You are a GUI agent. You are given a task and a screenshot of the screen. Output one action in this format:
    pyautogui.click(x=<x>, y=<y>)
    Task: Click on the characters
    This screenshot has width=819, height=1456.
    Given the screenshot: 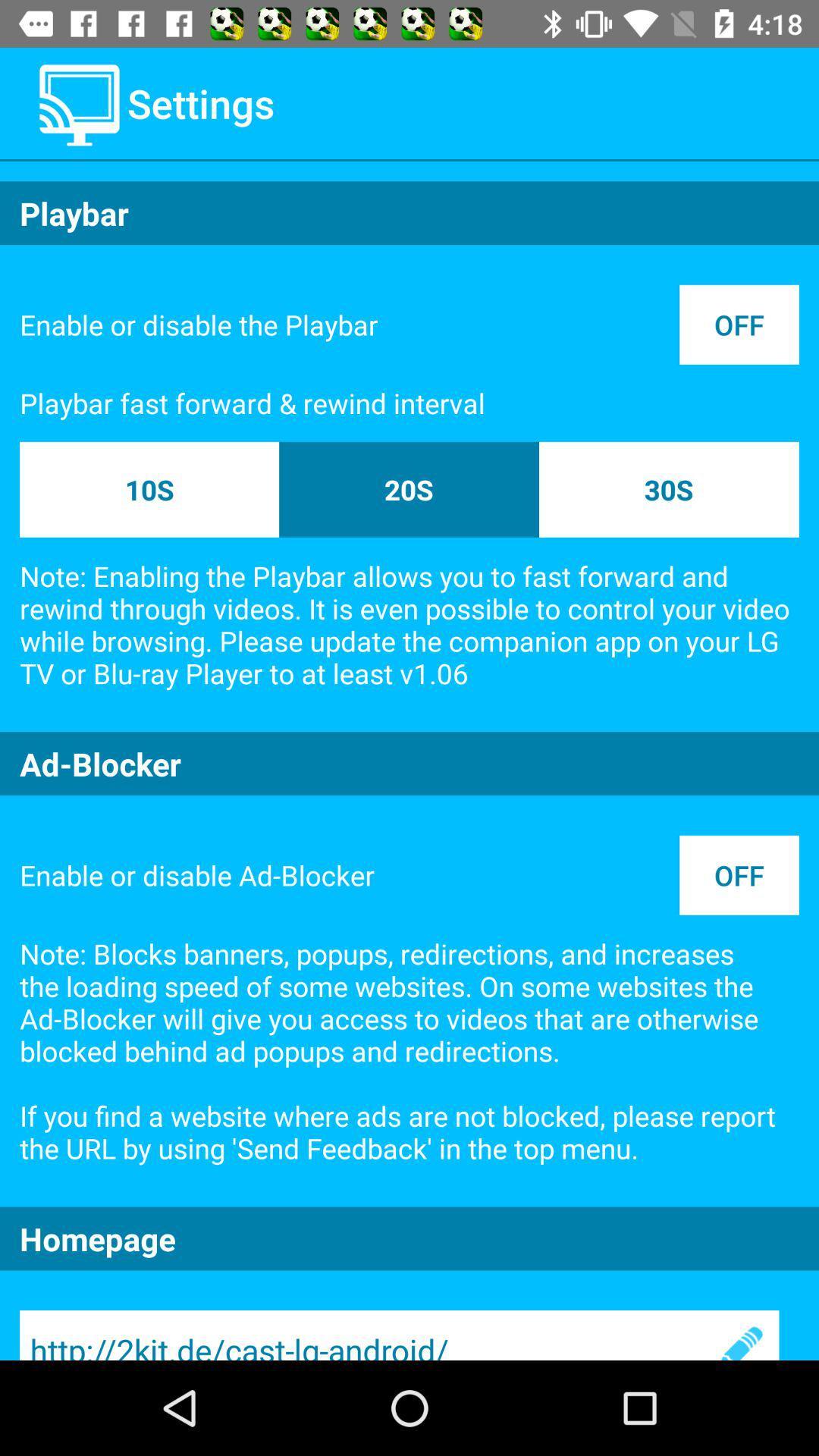 What is the action you would take?
    pyautogui.click(x=739, y=1335)
    